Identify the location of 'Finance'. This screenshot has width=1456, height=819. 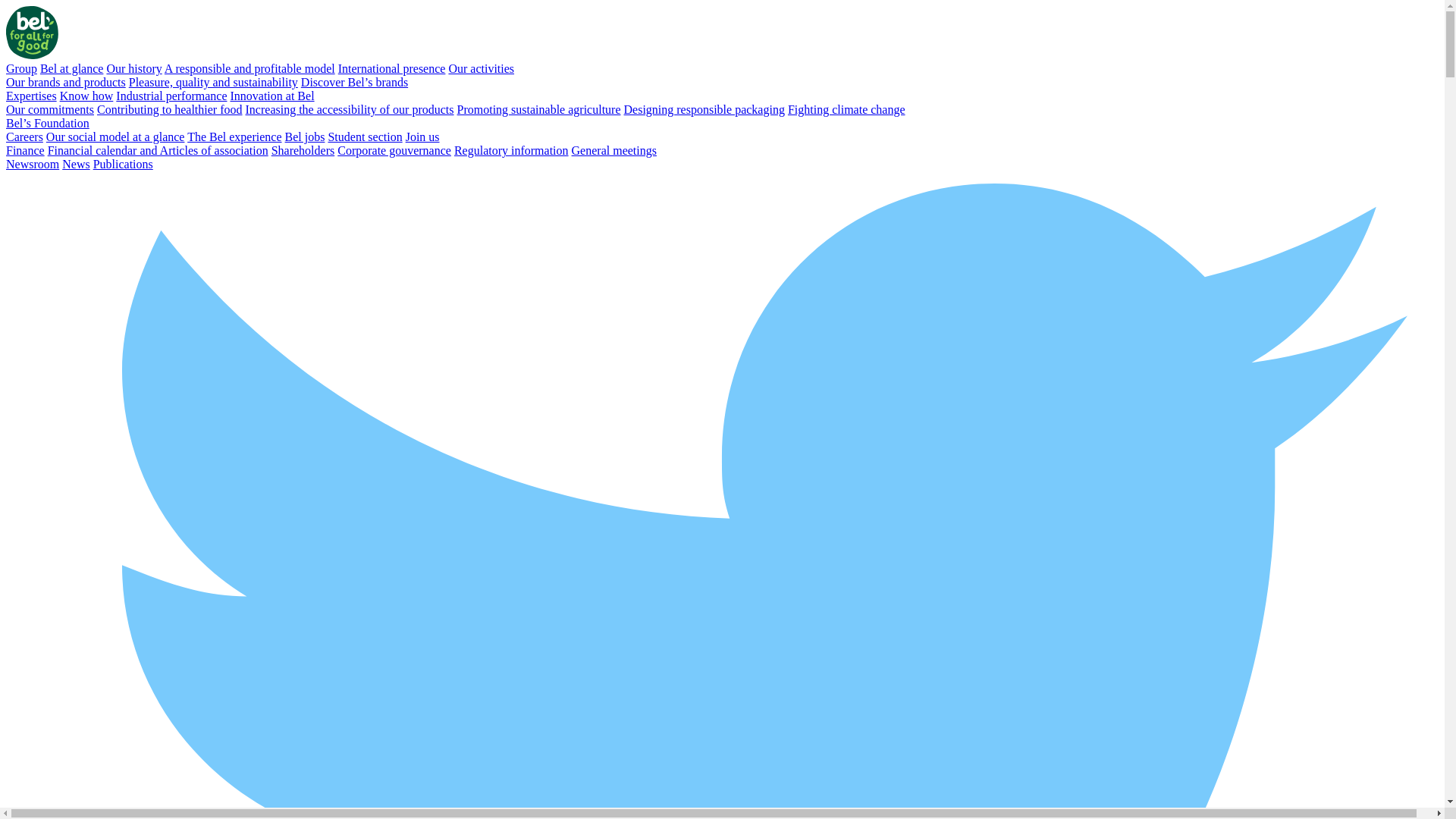
(25, 150).